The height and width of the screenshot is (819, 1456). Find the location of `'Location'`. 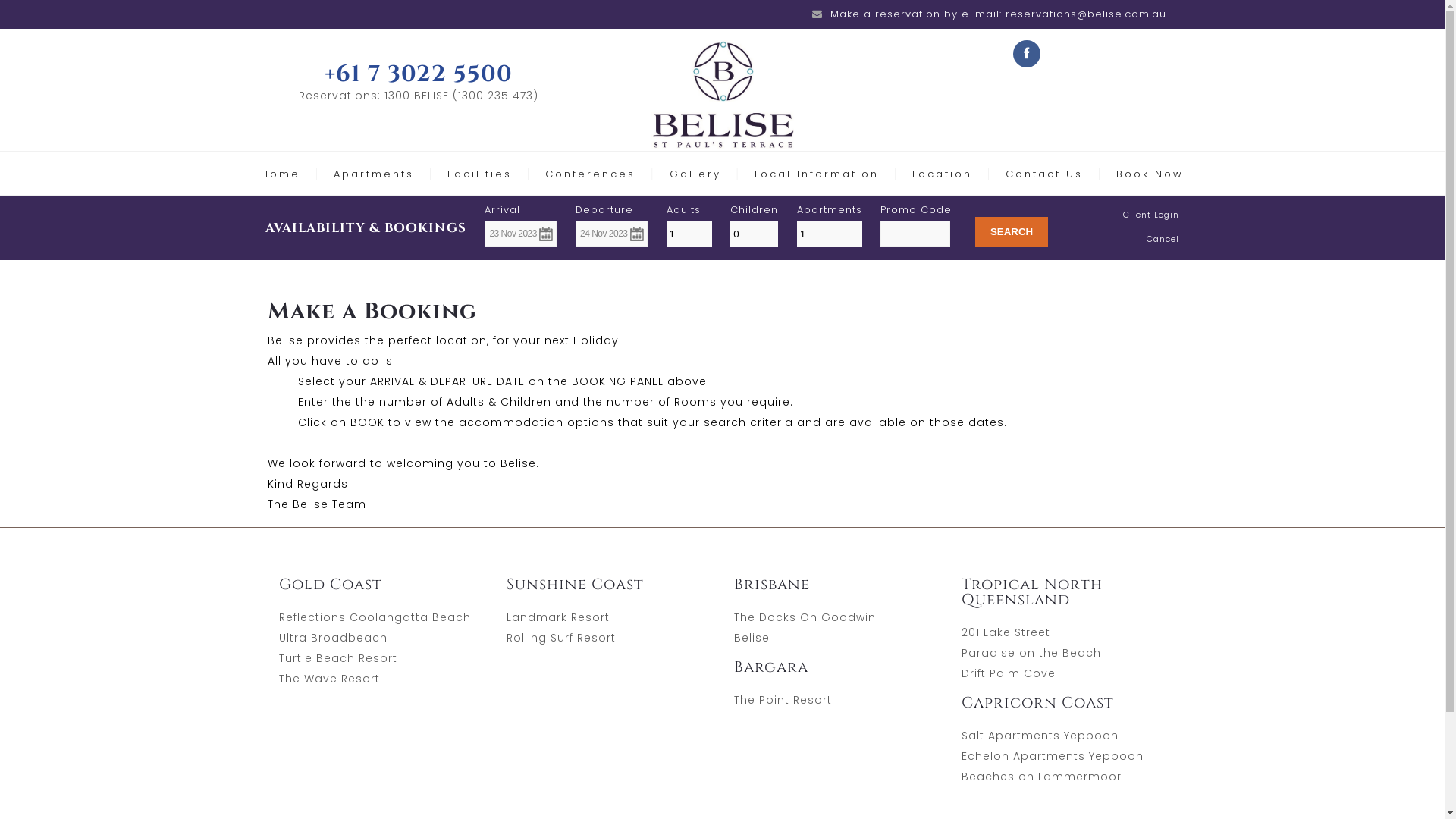

'Location' is located at coordinates (912, 173).